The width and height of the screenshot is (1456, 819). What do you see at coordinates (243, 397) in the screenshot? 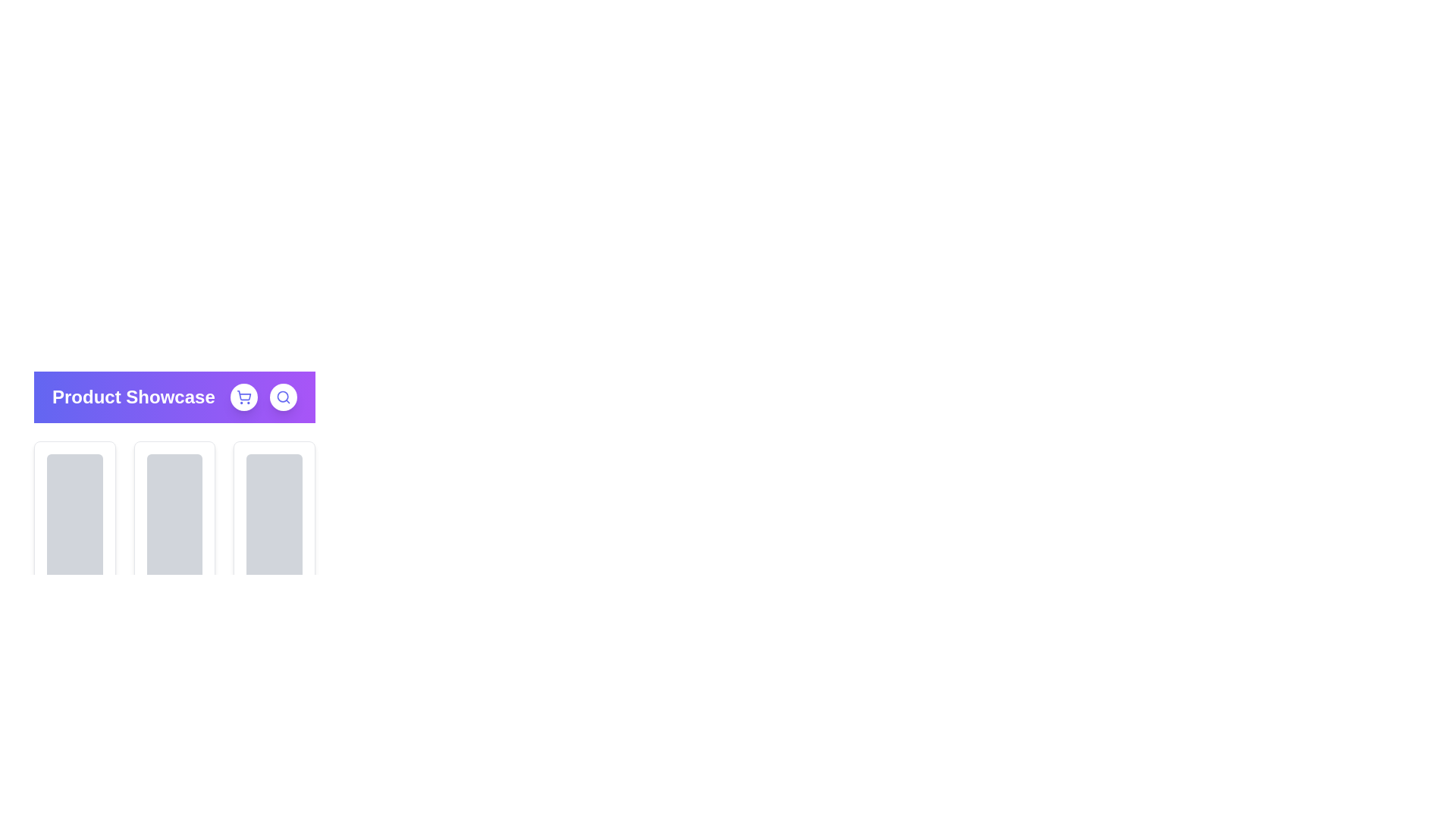
I see `the shopping cart button located at the top of the interface, to the right of the 'Product Showcase' text` at bounding box center [243, 397].